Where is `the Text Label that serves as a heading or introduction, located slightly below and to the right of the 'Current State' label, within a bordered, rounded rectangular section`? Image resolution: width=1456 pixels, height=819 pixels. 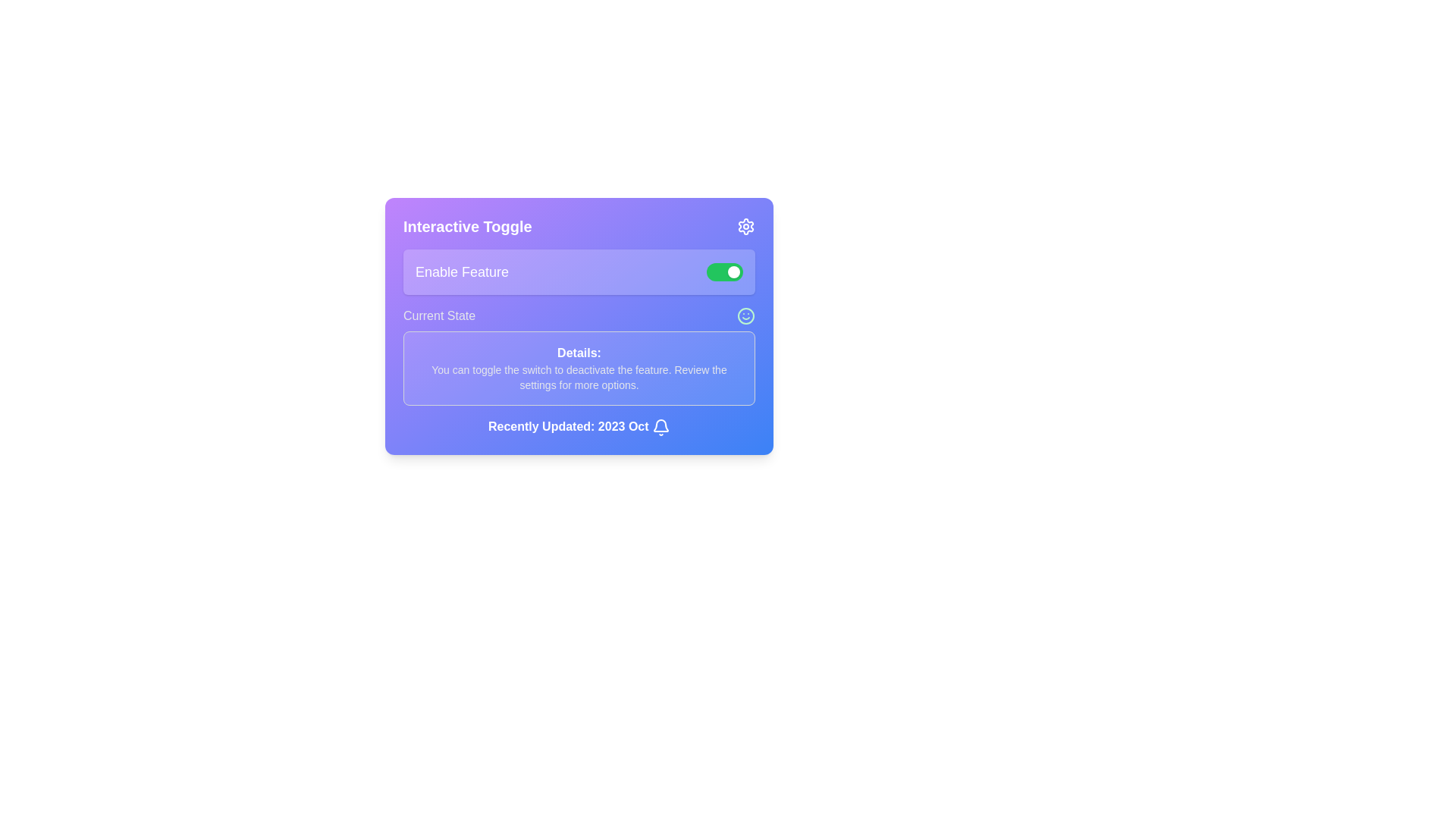
the Text Label that serves as a heading or introduction, located slightly below and to the right of the 'Current State' label, within a bordered, rounded rectangular section is located at coordinates (578, 353).